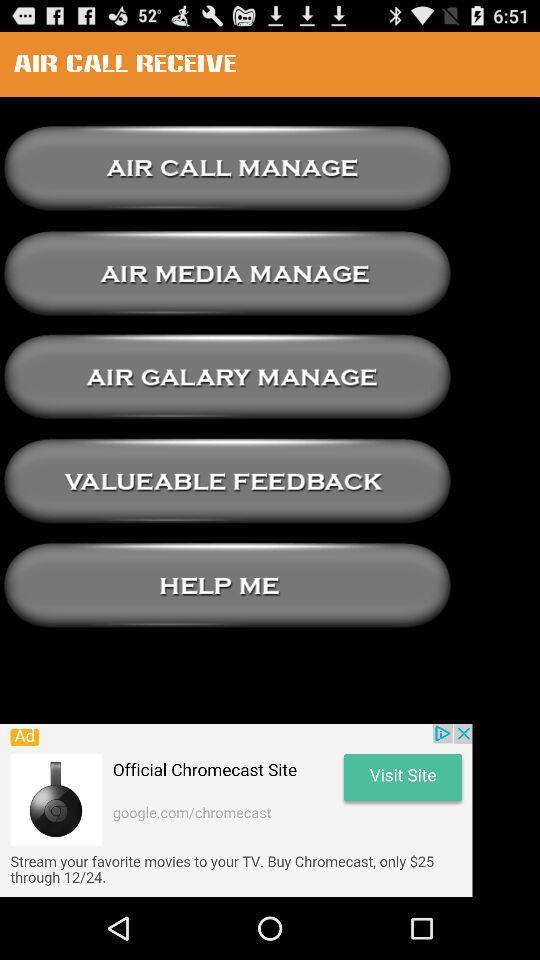  Describe the element at coordinates (226, 376) in the screenshot. I see `back` at that location.